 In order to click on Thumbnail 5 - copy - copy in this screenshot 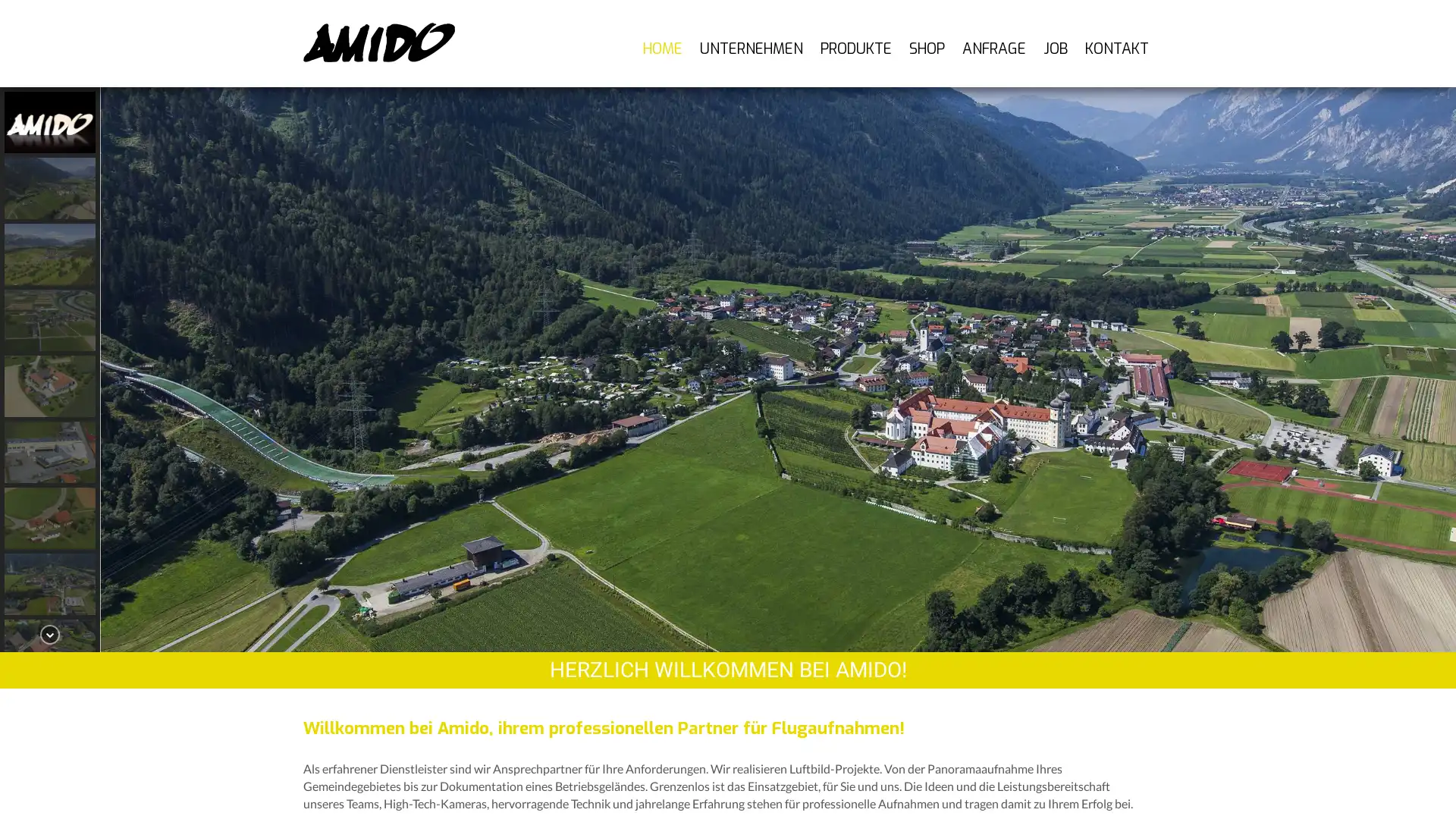, I will do `click(50, 583)`.